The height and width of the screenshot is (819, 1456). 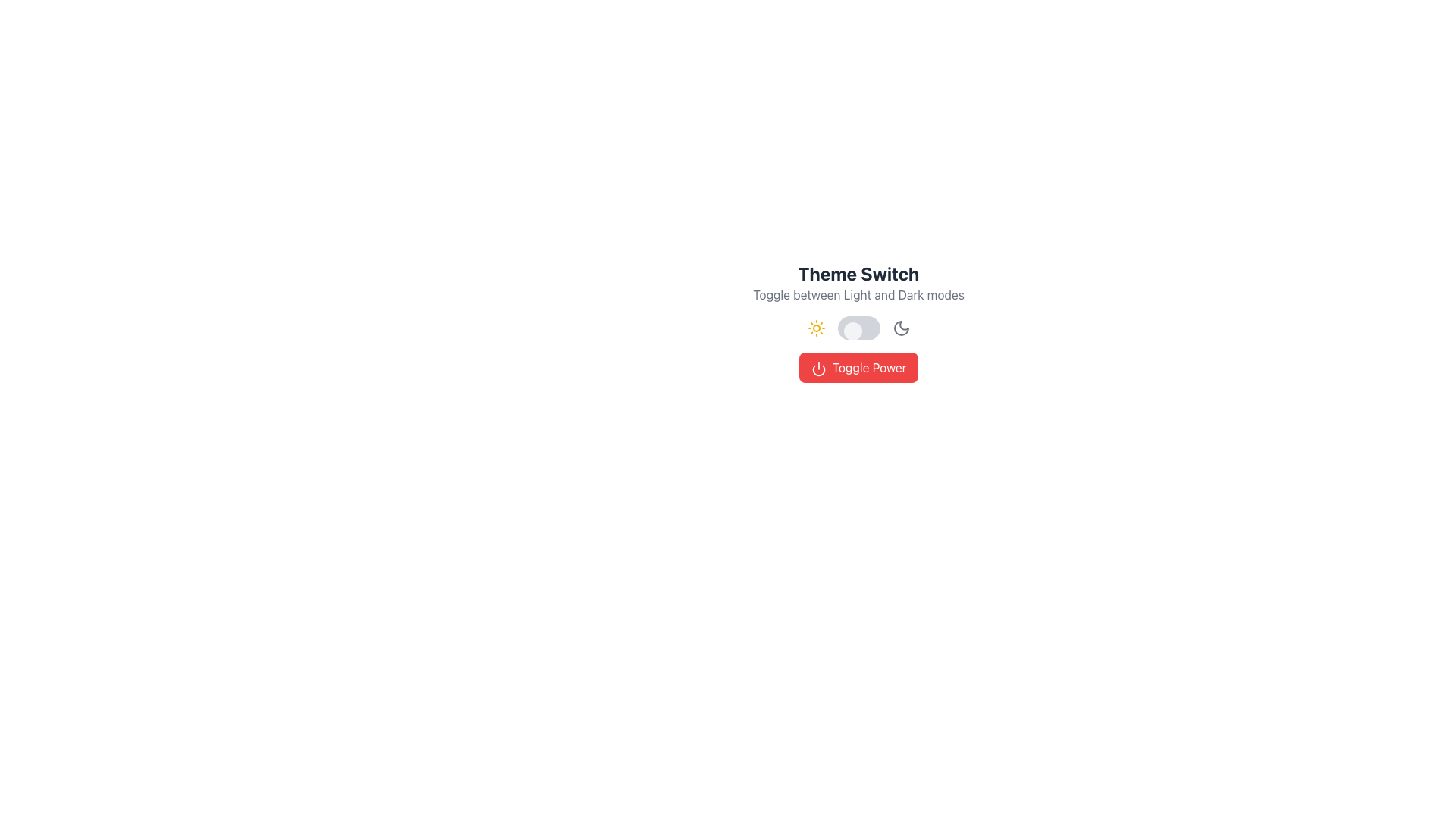 I want to click on the dark mode toggle icon, which is the second icon from the left in the row below the 'Theme Switch' label, positioned between the sun symbol and the circular arrow symbol, so click(x=901, y=327).